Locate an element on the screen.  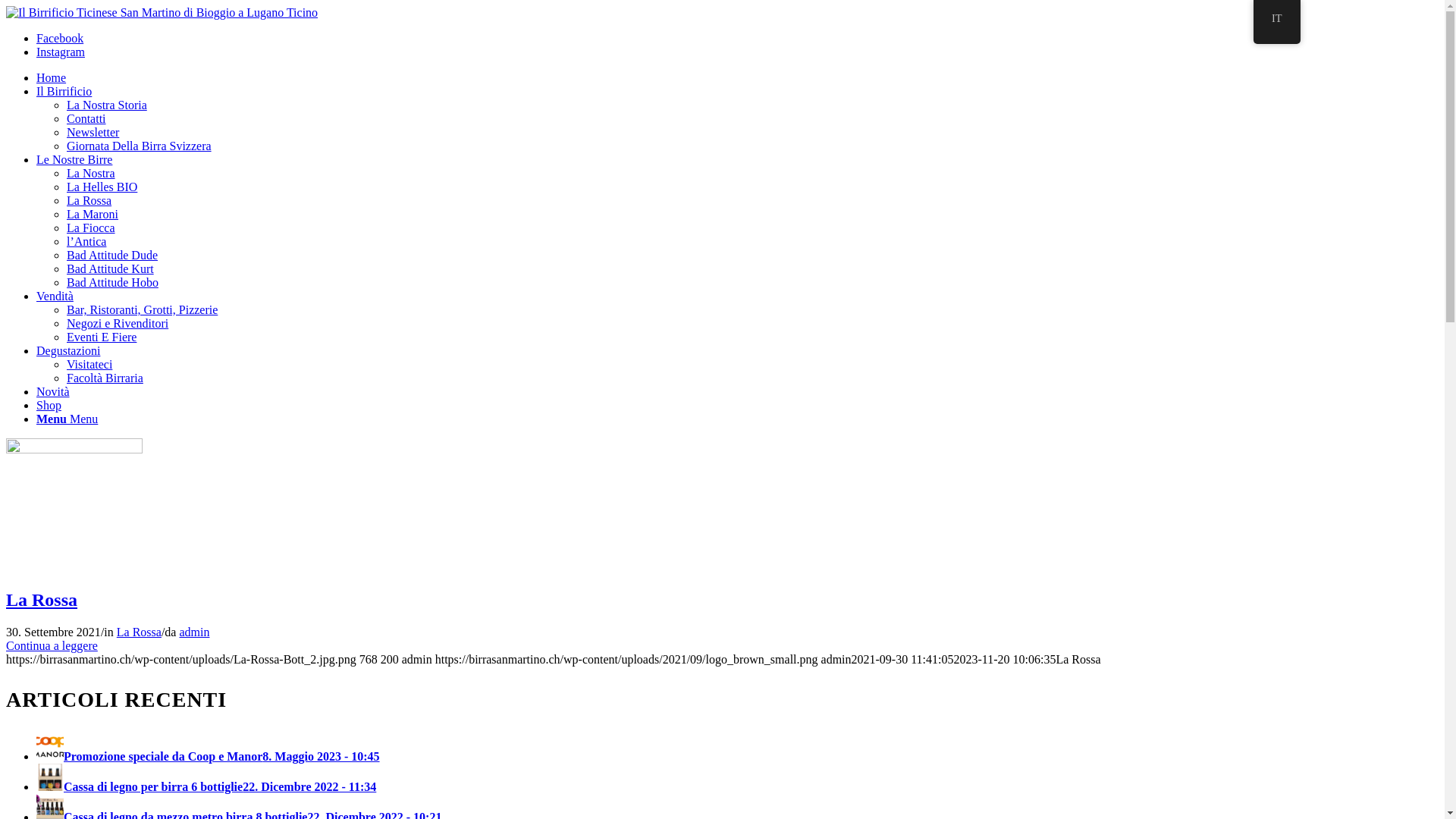
'La Nostra Storia' is located at coordinates (65, 104).